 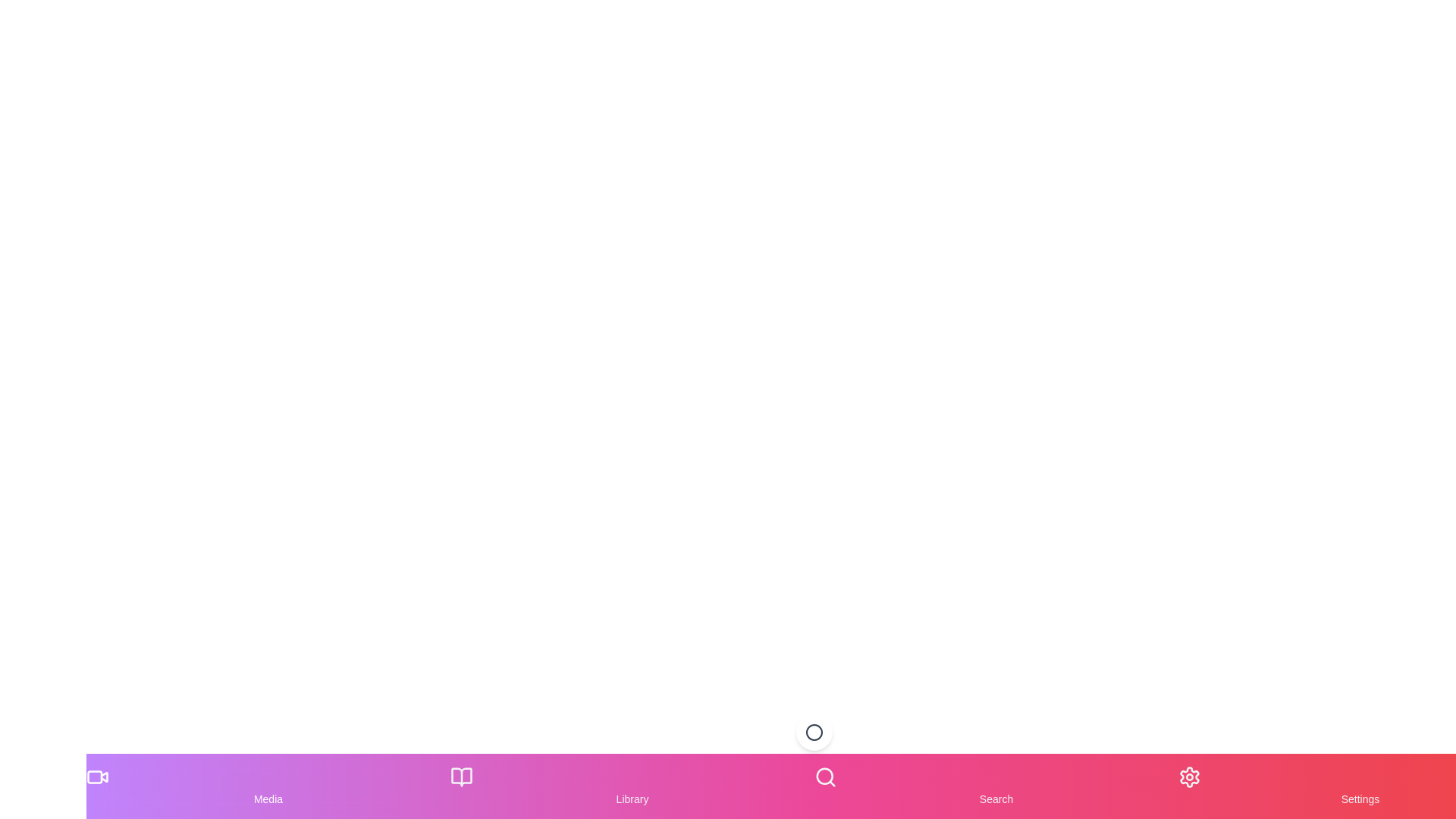 What do you see at coordinates (632, 786) in the screenshot?
I see `the Library tab in the bottom navigation menu` at bounding box center [632, 786].